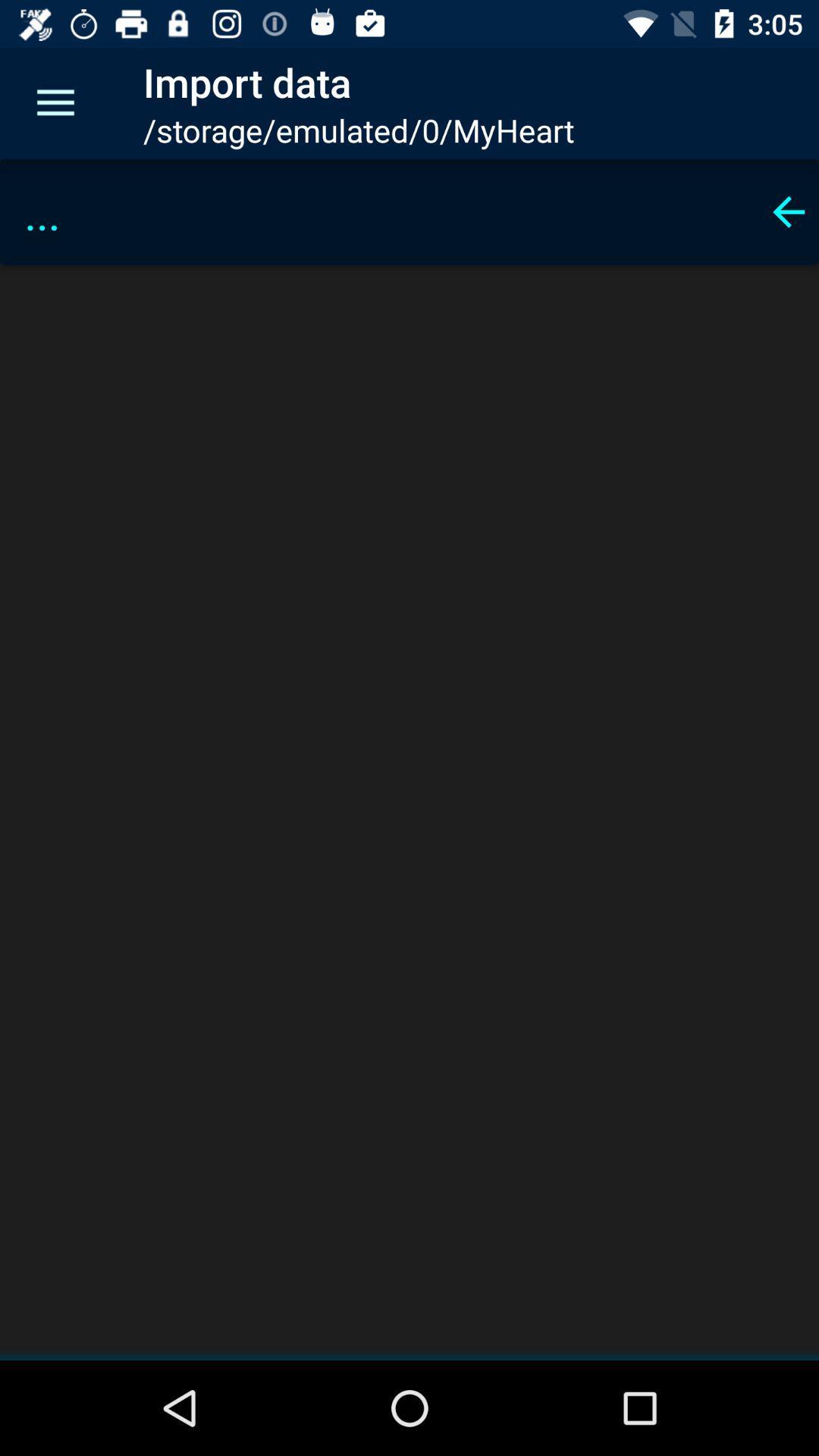 The width and height of the screenshot is (819, 1456). Describe the element at coordinates (788, 211) in the screenshot. I see `the icon at the top right corner` at that location.